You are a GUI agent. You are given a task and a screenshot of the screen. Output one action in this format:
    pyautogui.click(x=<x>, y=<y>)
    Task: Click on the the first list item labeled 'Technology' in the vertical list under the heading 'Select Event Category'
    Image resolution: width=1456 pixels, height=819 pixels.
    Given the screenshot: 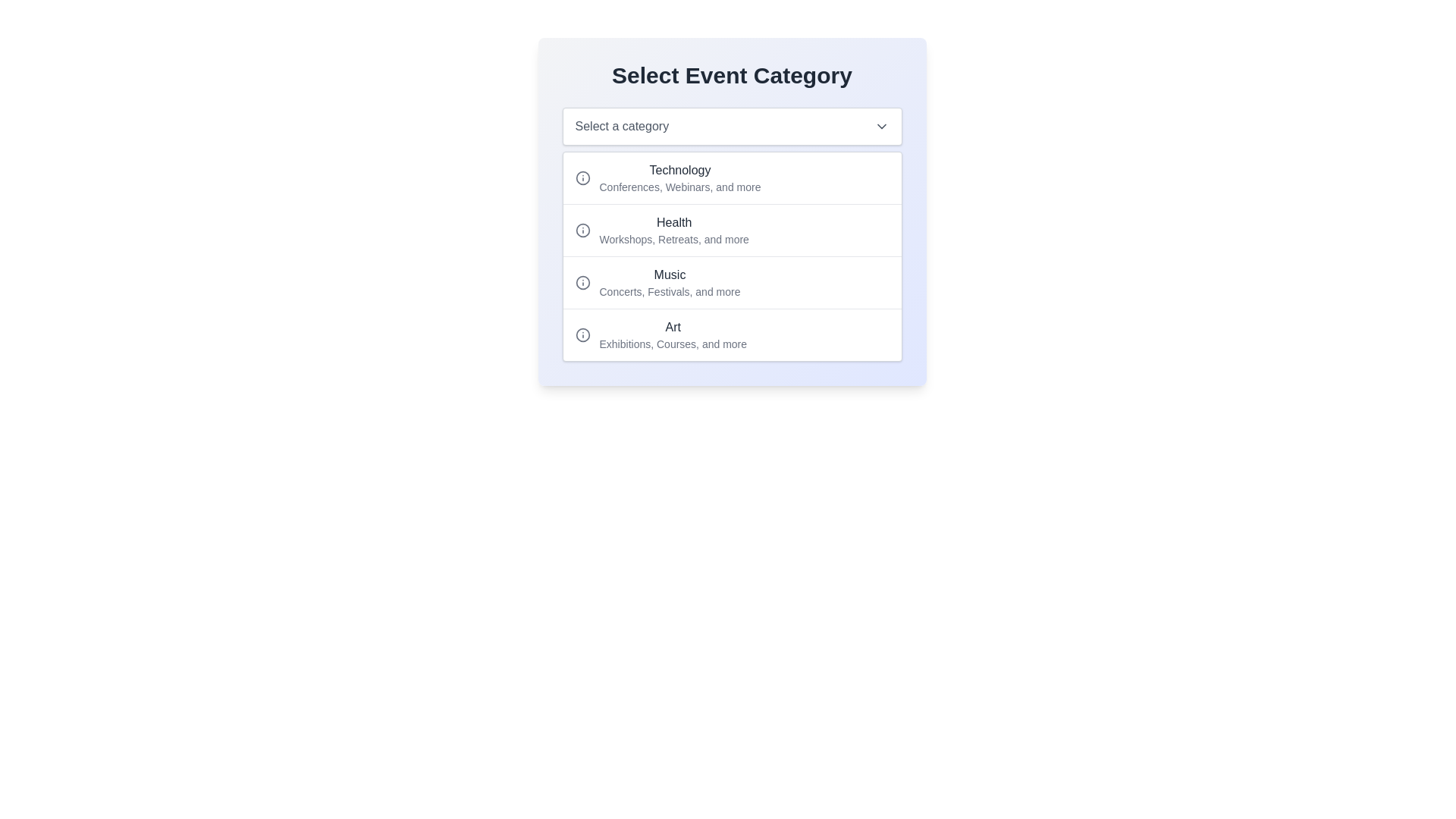 What is the action you would take?
    pyautogui.click(x=732, y=177)
    